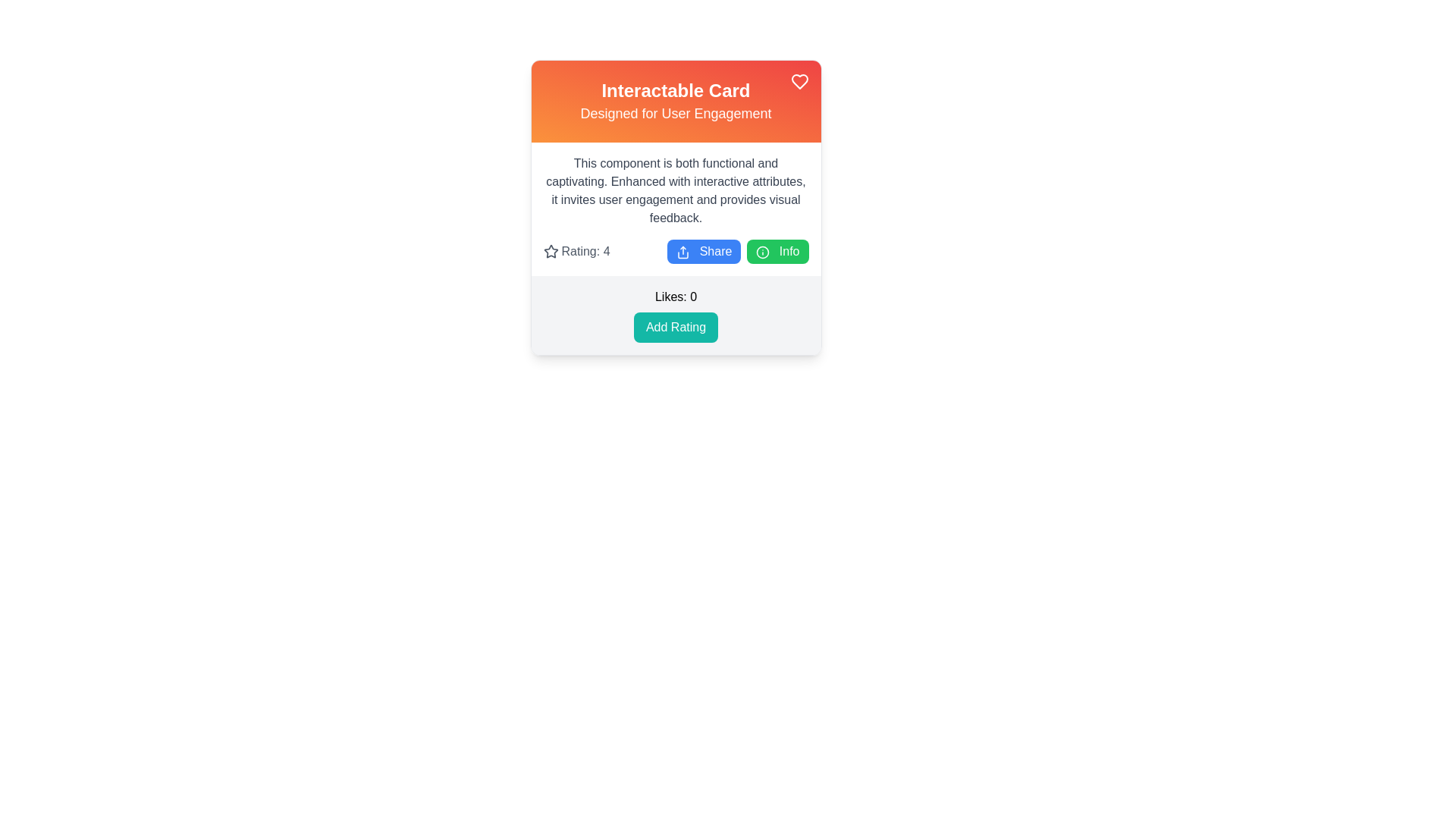 Image resolution: width=1456 pixels, height=819 pixels. What do you see at coordinates (763, 251) in the screenshot?
I see `the circular outline of the 'Info' icon, which is part of a button row and has a diameter of 20 units` at bounding box center [763, 251].